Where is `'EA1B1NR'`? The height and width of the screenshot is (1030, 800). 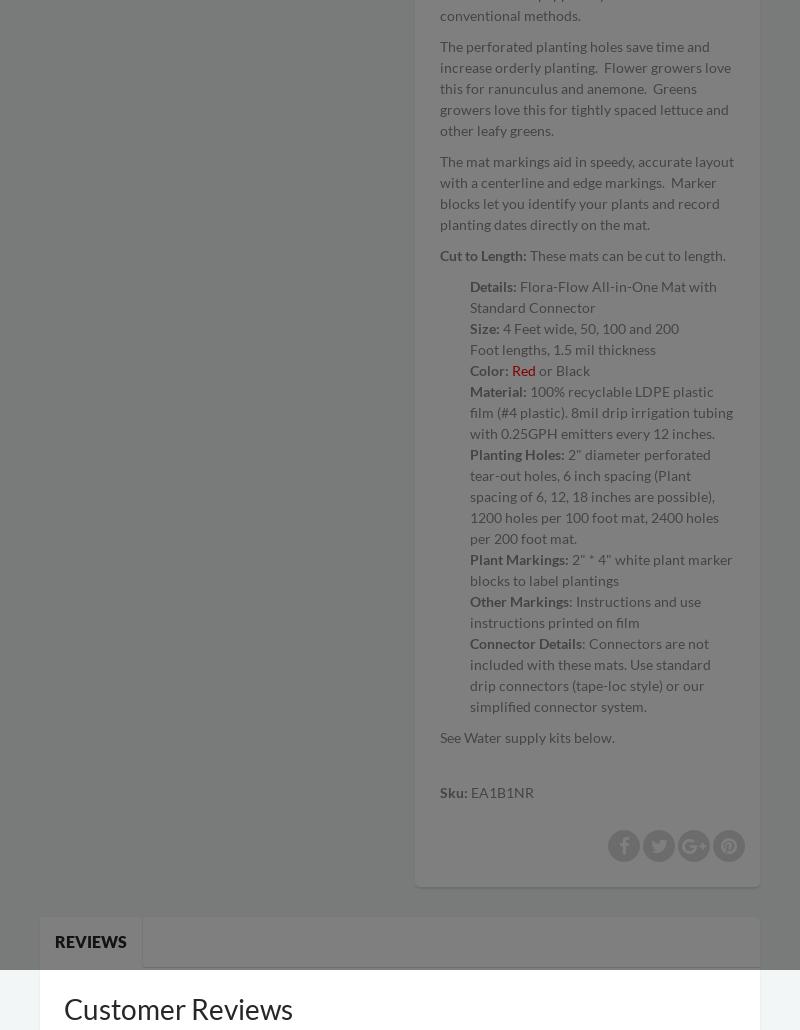 'EA1B1NR' is located at coordinates (470, 791).